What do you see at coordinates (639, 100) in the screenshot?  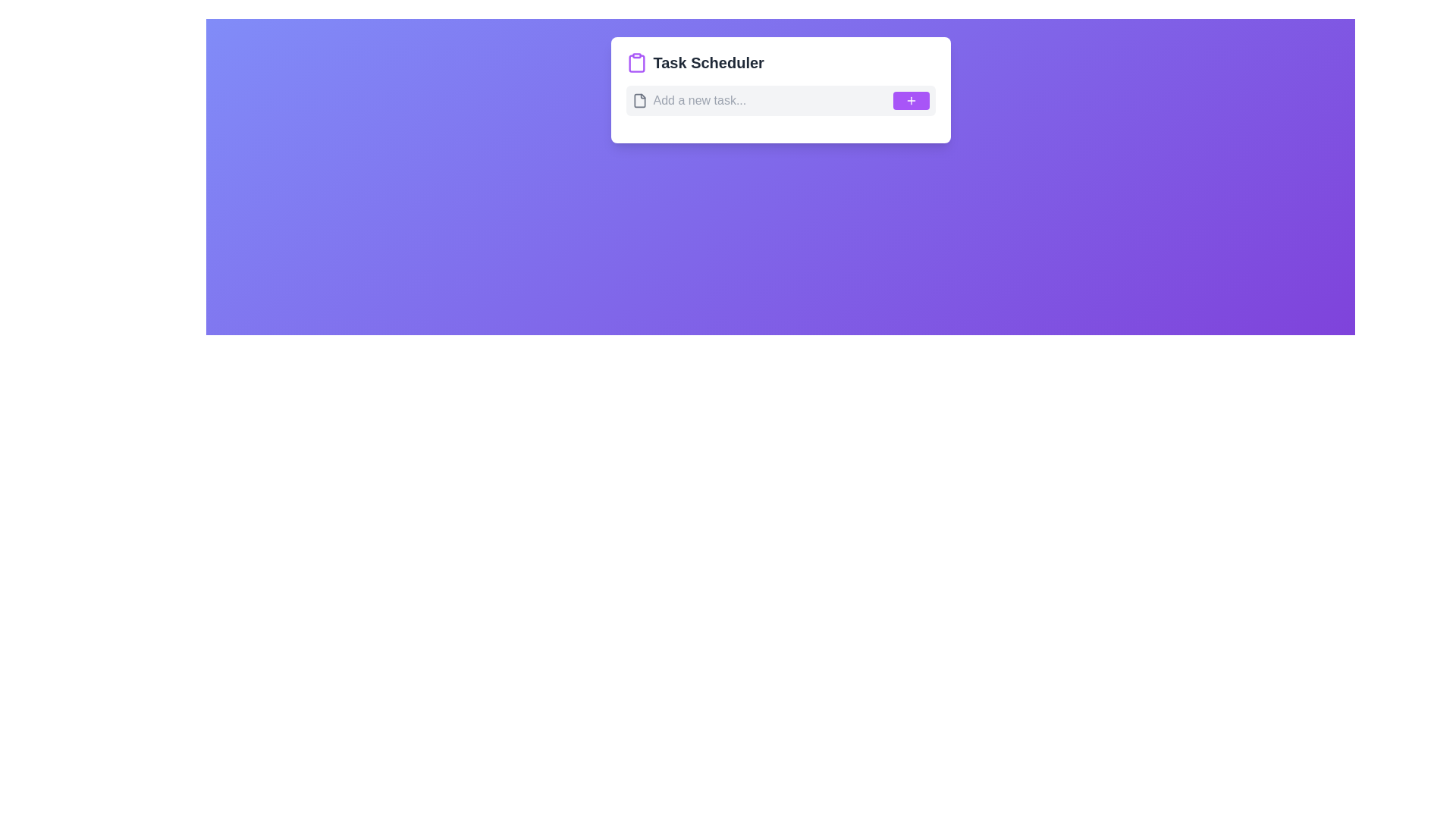 I see `the icon representing file or document functionality located to the left of the 'Add a new task...' input field` at bounding box center [639, 100].